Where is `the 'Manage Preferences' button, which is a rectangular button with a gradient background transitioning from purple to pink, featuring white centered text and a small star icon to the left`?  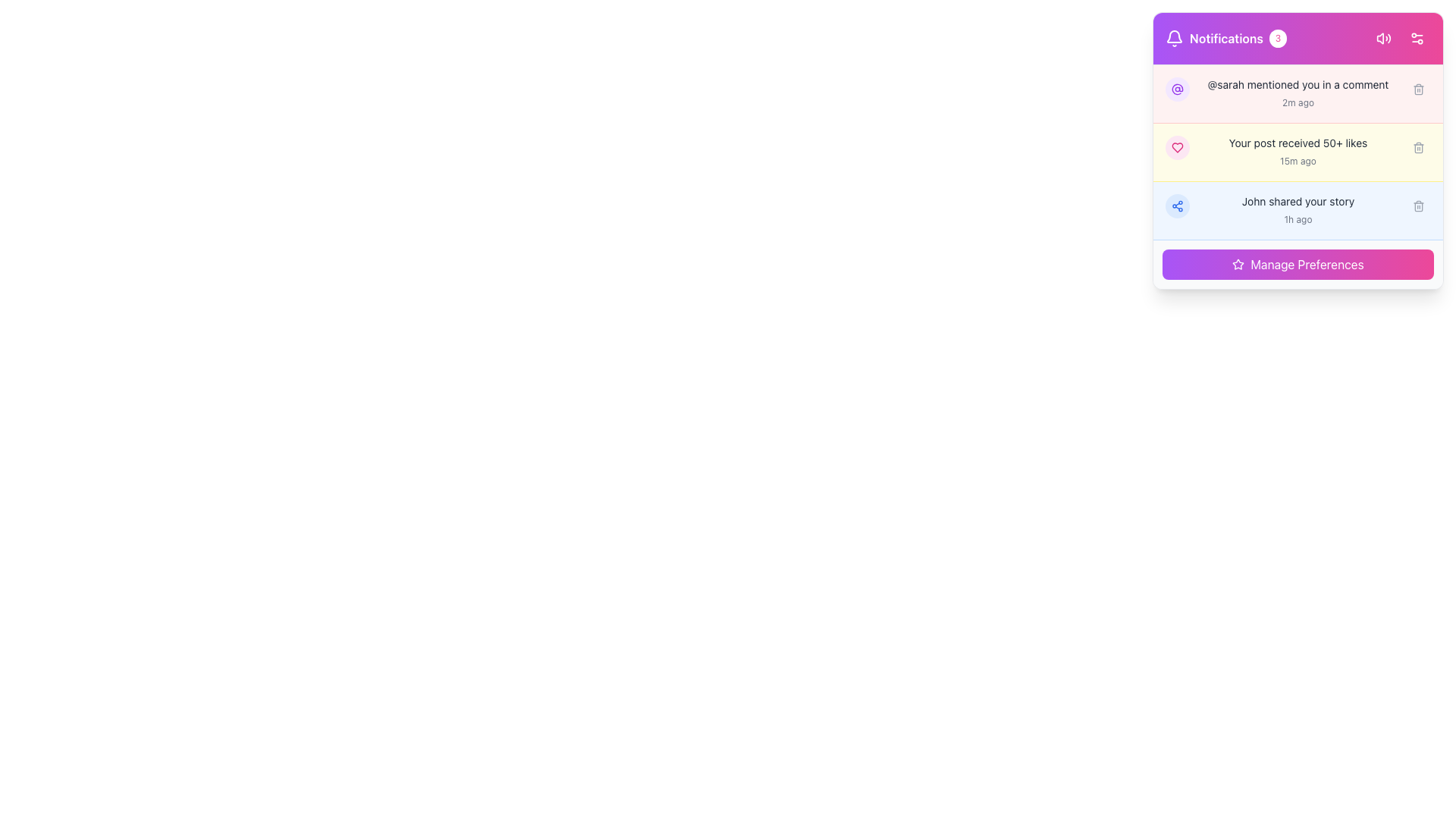 the 'Manage Preferences' button, which is a rectangular button with a gradient background transitioning from purple to pink, featuring white centered text and a small star icon to the left is located at coordinates (1298, 263).